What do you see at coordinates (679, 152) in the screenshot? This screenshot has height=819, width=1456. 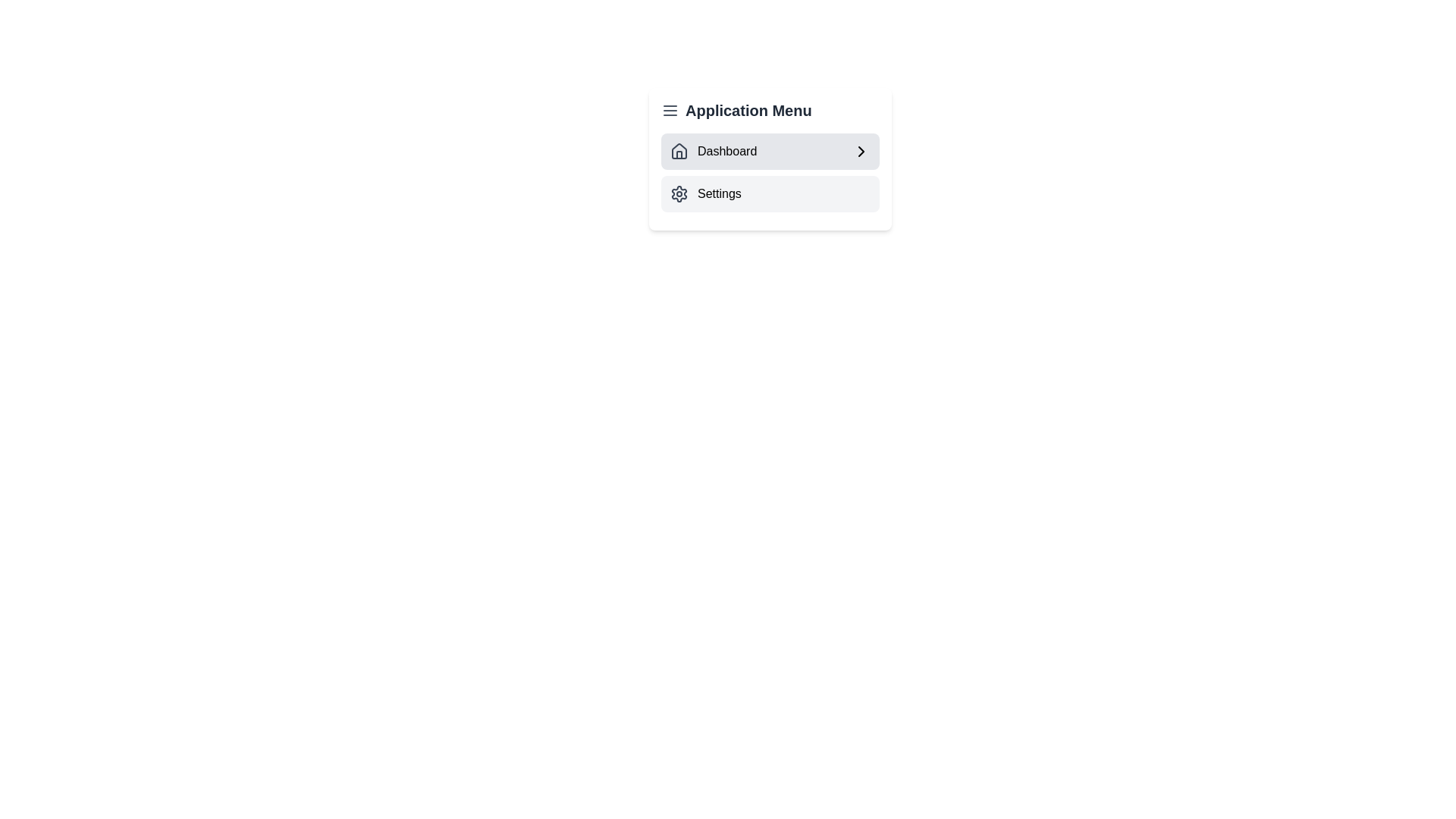 I see `the 'Dashboard' menu item by clicking on the house-shaped icon located at the start of the menu entry` at bounding box center [679, 152].